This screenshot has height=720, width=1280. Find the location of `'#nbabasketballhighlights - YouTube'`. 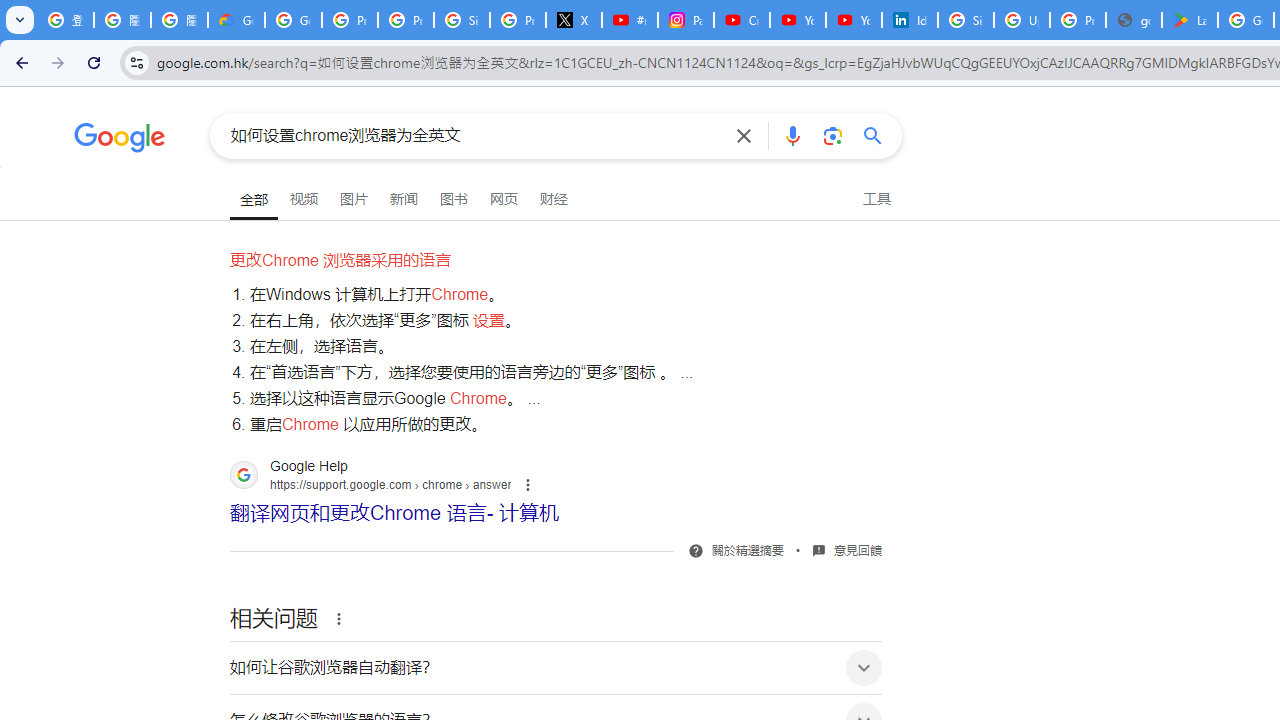

'#nbabasketballhighlights - YouTube' is located at coordinates (628, 20).